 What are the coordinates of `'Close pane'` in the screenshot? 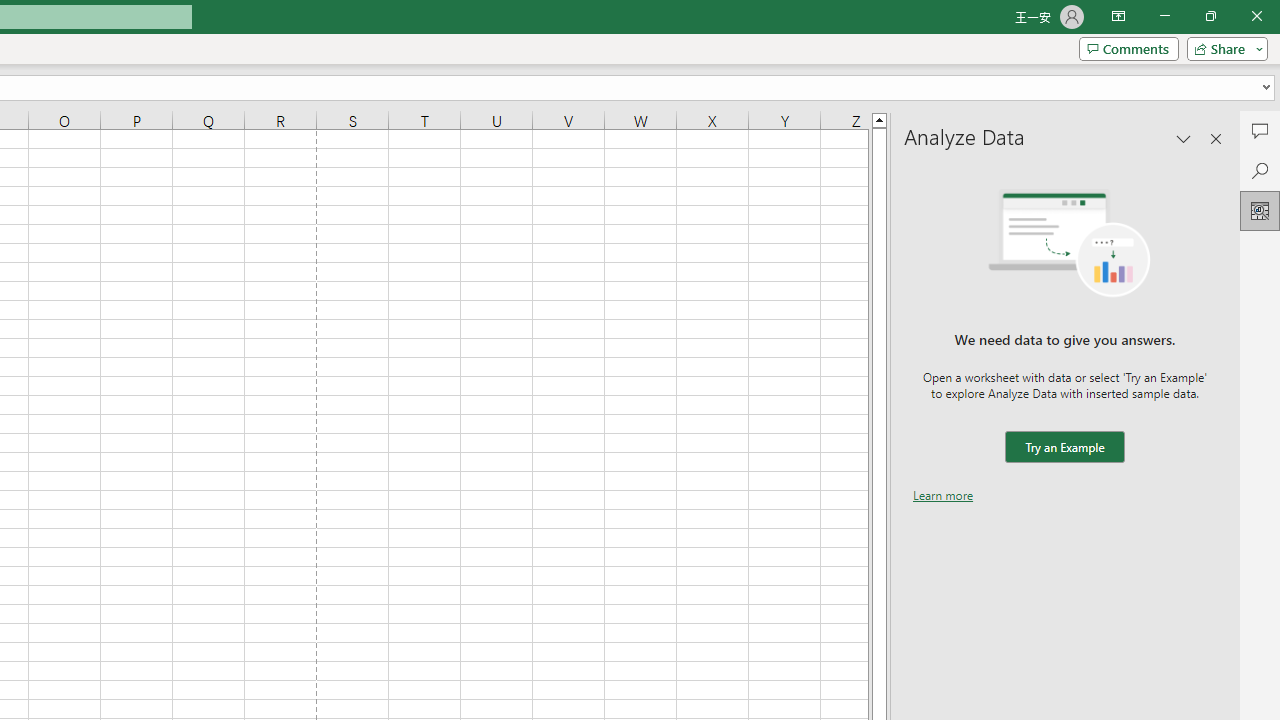 It's located at (1215, 137).